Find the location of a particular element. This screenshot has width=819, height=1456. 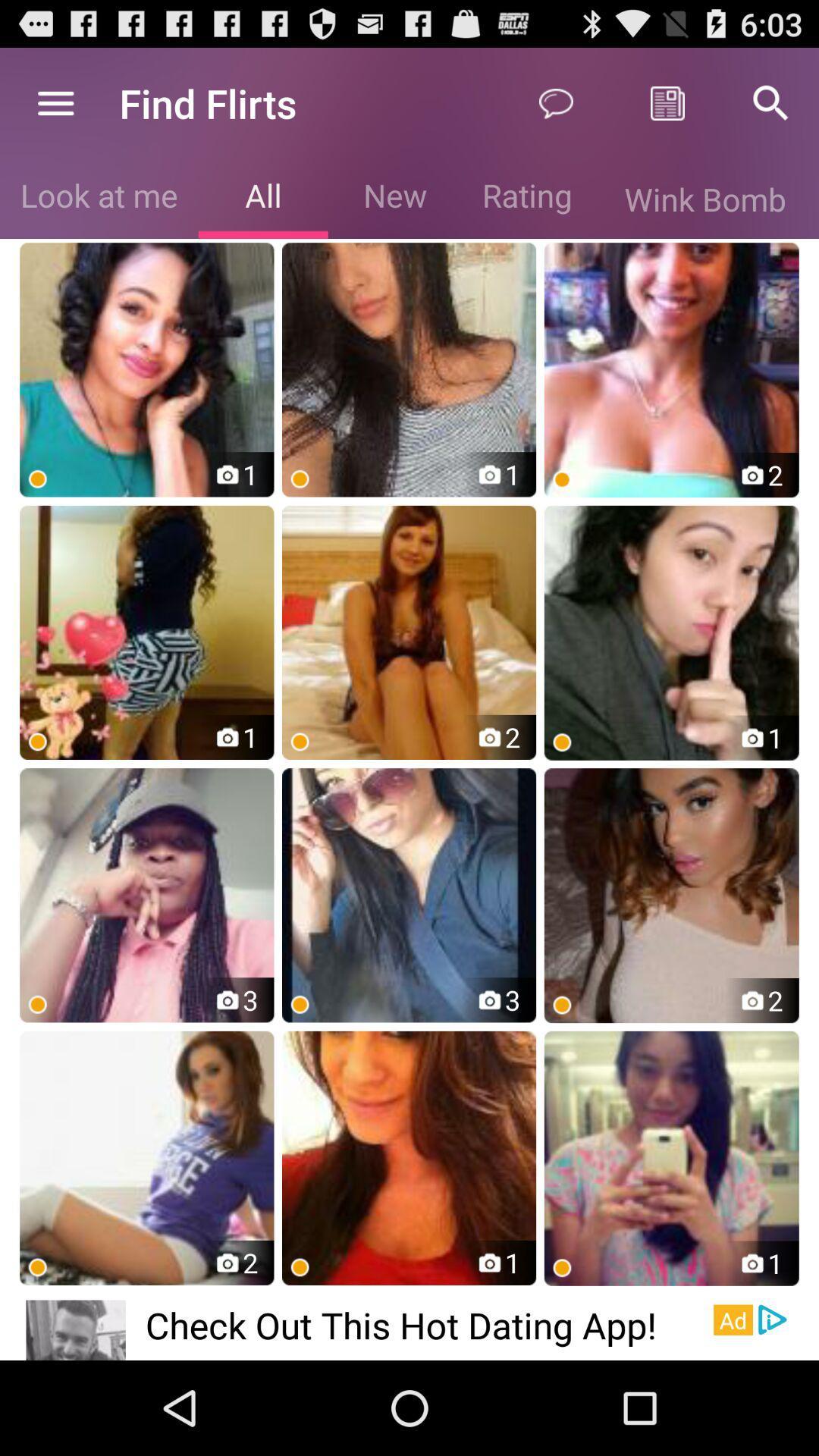

app next to check out this app is located at coordinates (76, 1329).